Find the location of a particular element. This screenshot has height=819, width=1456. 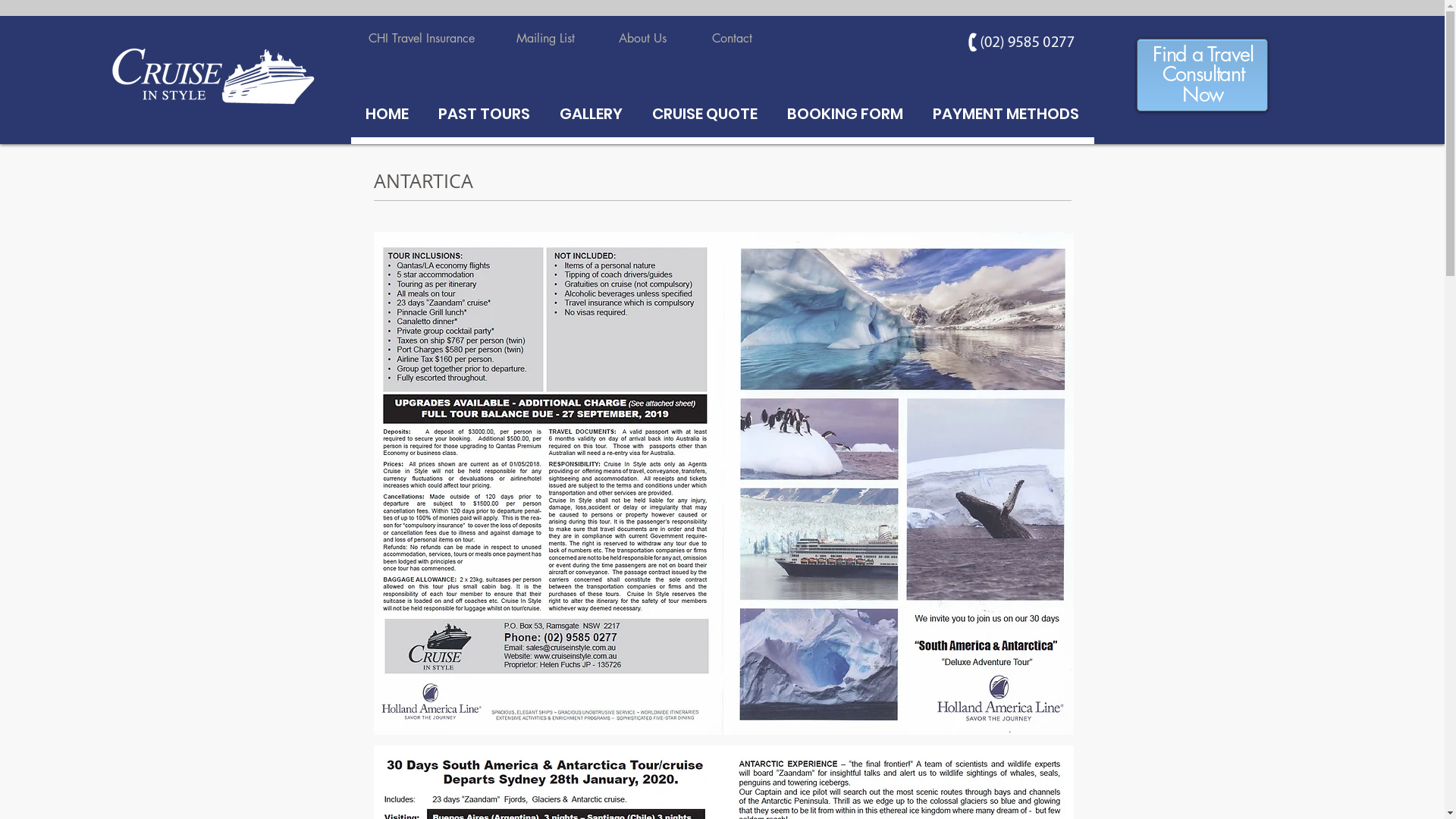

'HOME' is located at coordinates (386, 113).